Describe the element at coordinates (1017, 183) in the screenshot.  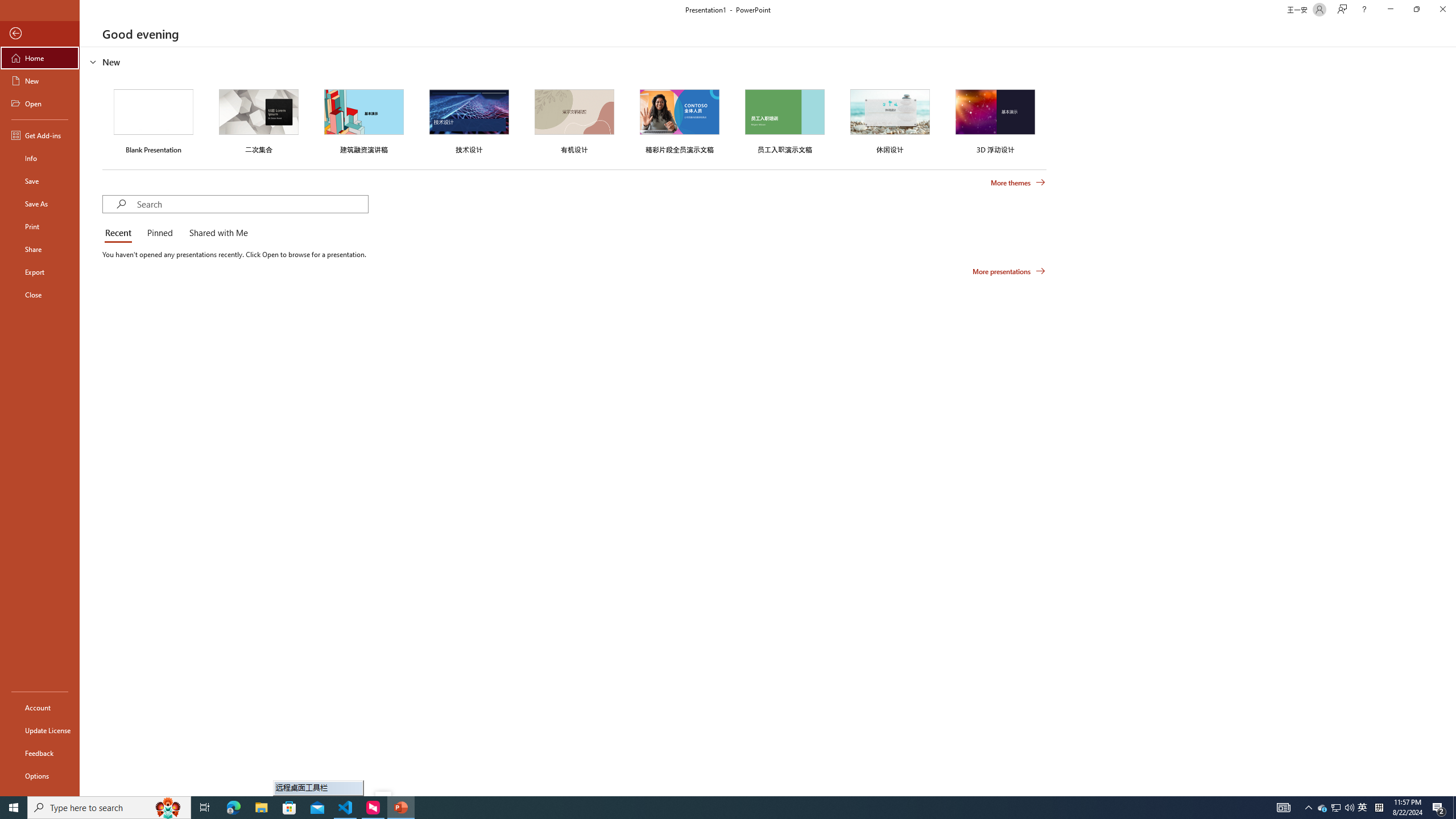
I see `'More themes'` at that location.